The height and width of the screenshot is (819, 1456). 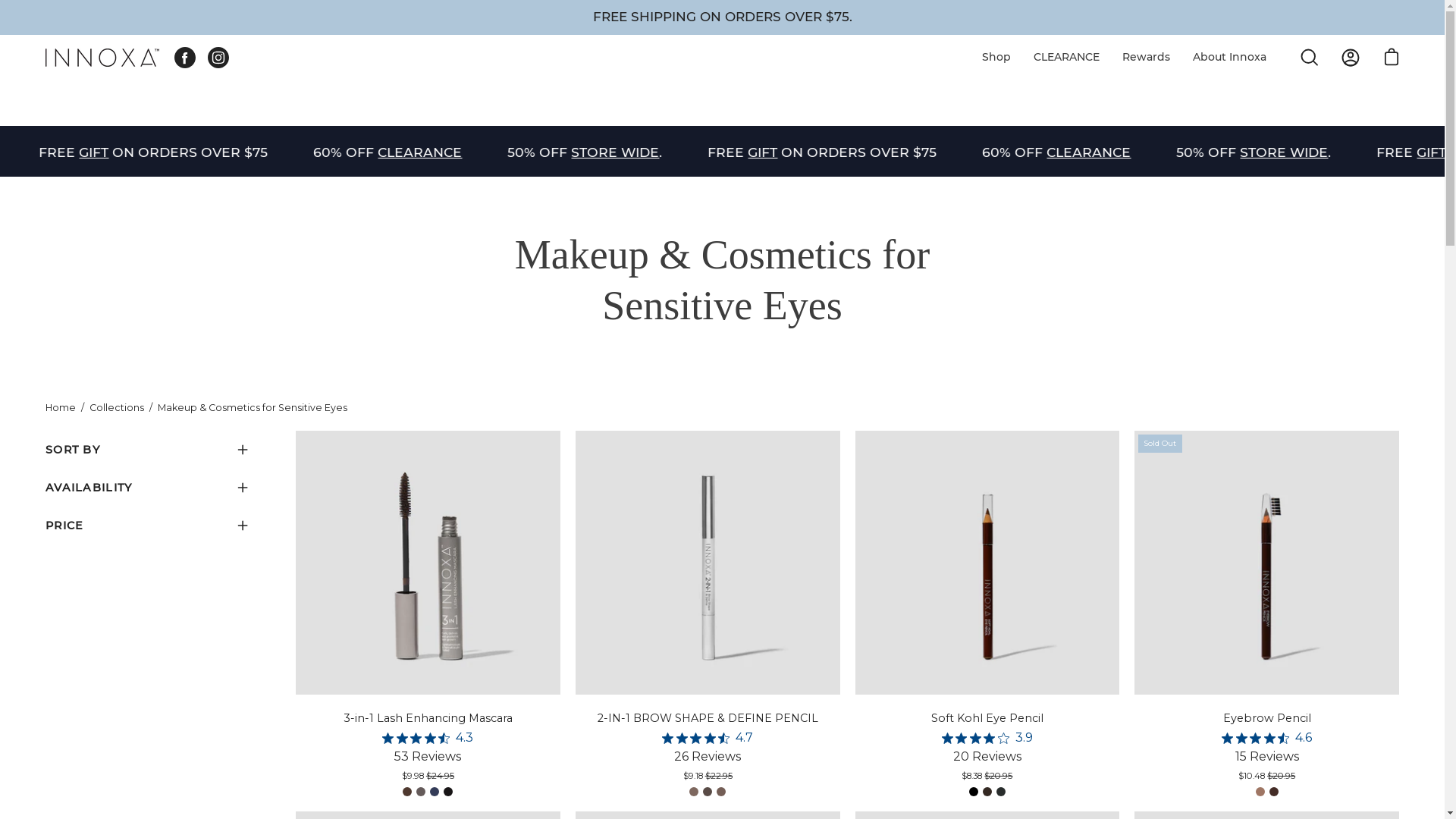 What do you see at coordinates (218, 57) in the screenshot?
I see `'View Innoxa on Instagram'` at bounding box center [218, 57].